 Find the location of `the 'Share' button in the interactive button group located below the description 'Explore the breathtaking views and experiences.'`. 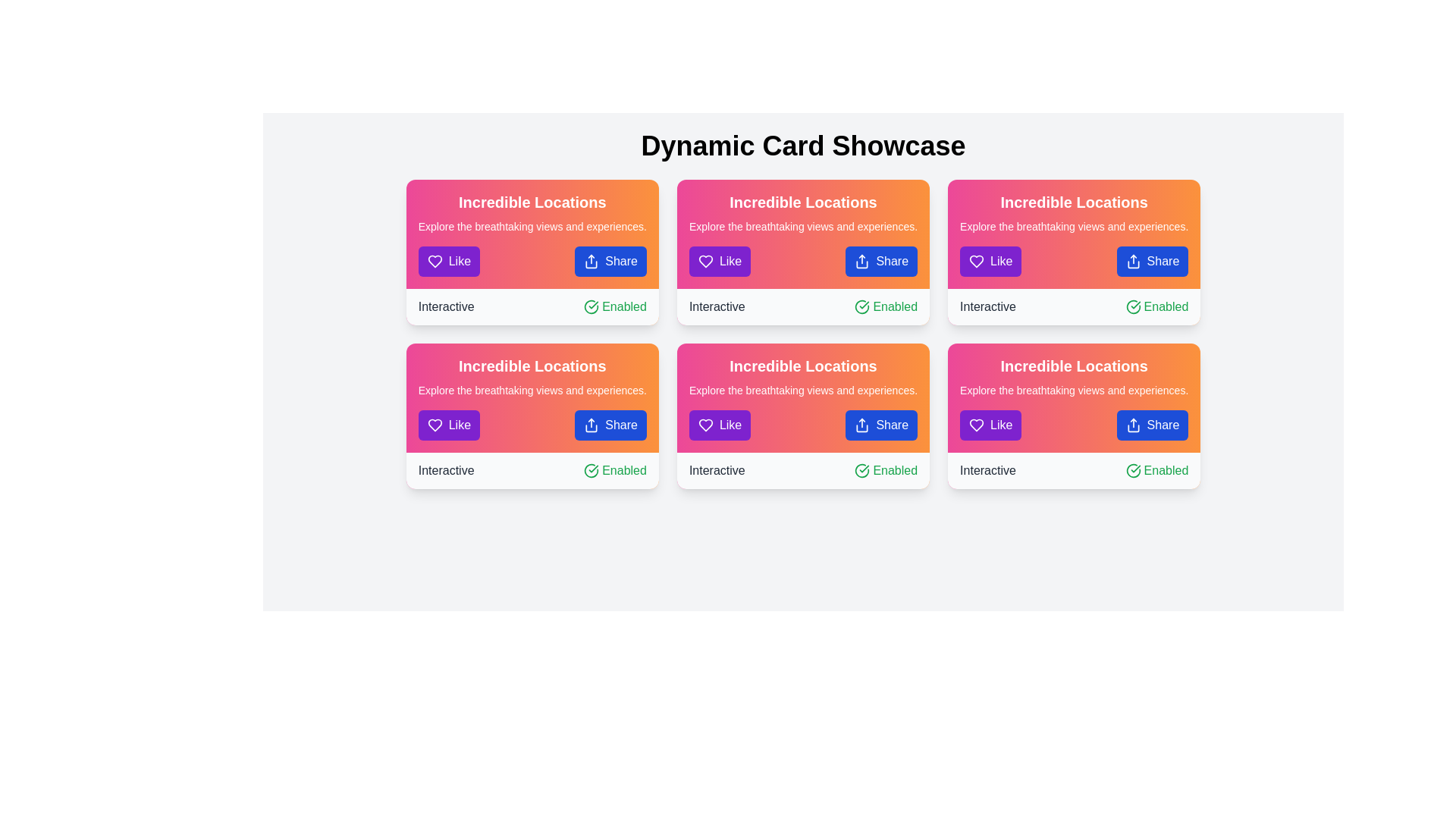

the 'Share' button in the interactive button group located below the description 'Explore the breathtaking views and experiences.' is located at coordinates (1073, 260).